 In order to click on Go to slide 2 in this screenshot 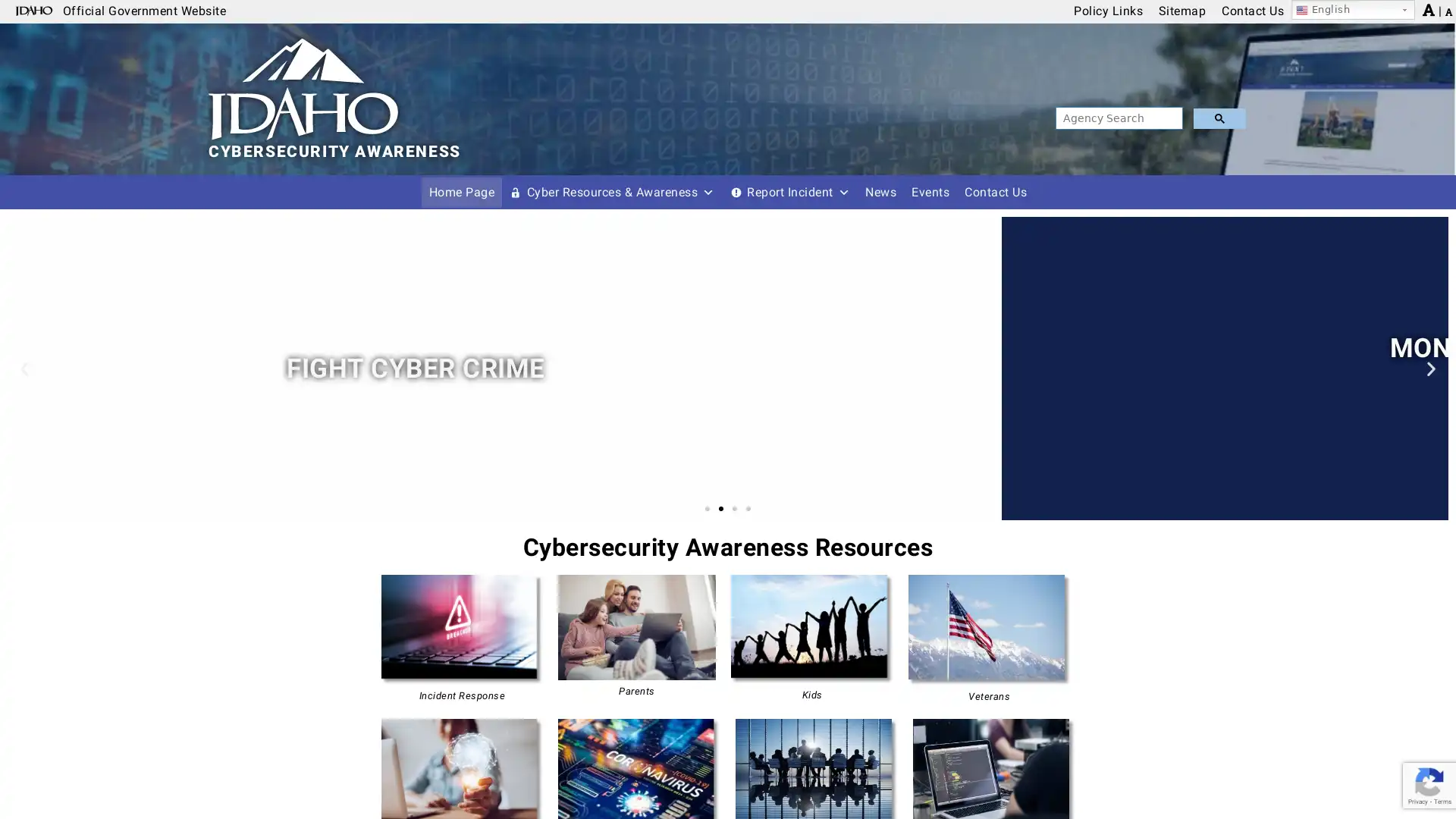, I will do `click(720, 509)`.